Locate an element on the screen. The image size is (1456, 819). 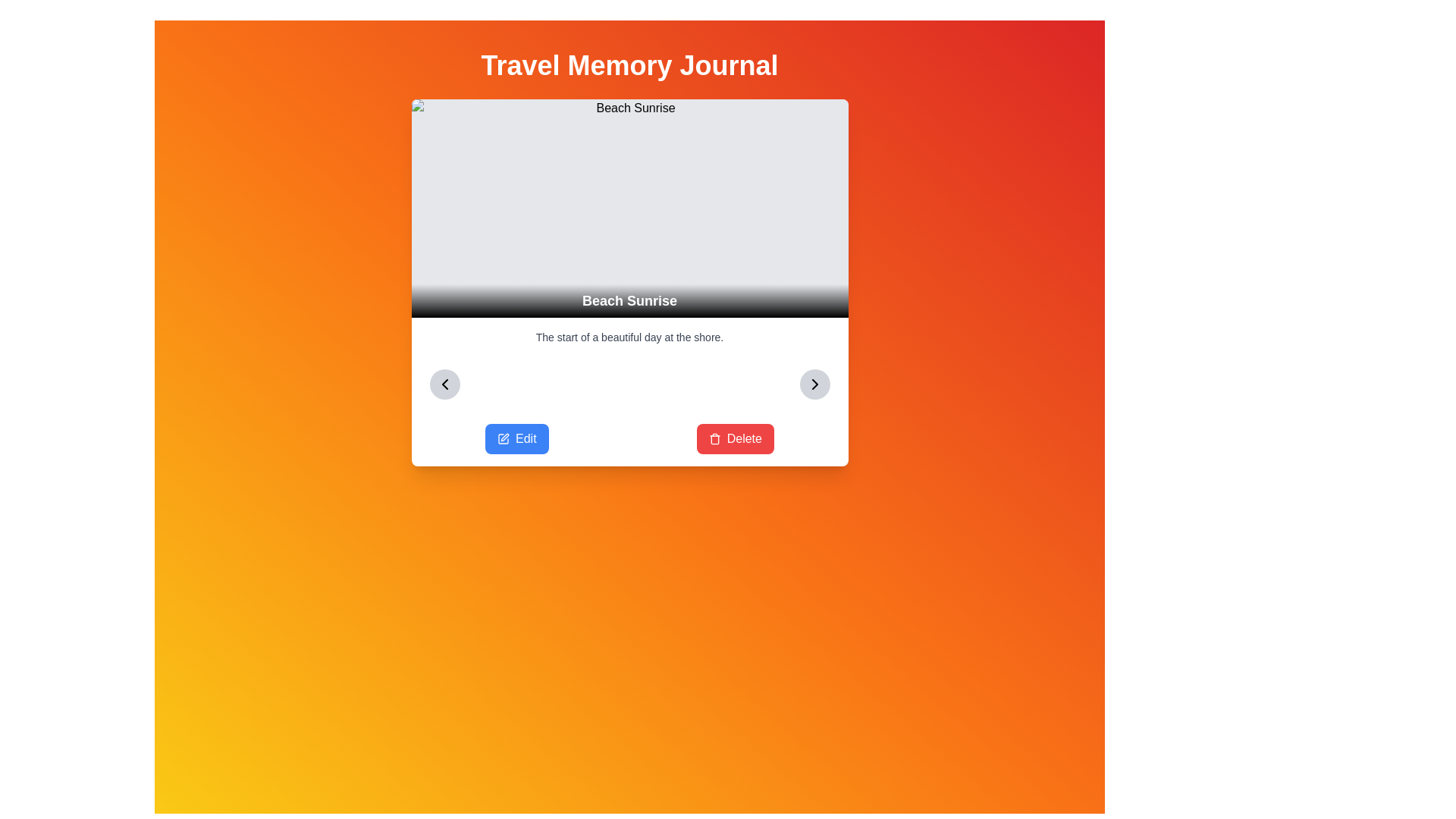
the left arrow icon button with a light gray background to trigger the hover effect is located at coordinates (444, 383).